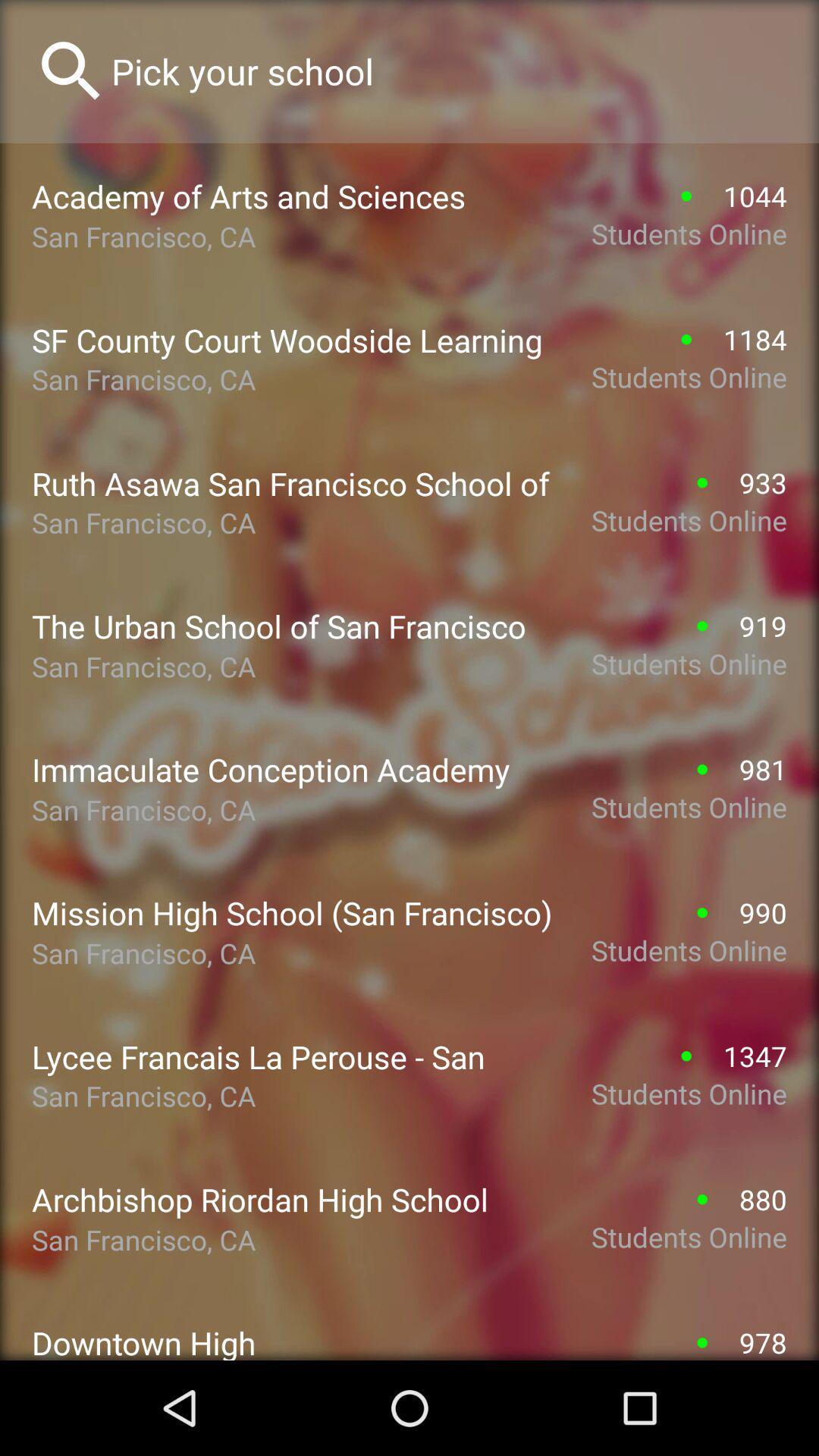  I want to click on search option, so click(448, 71).